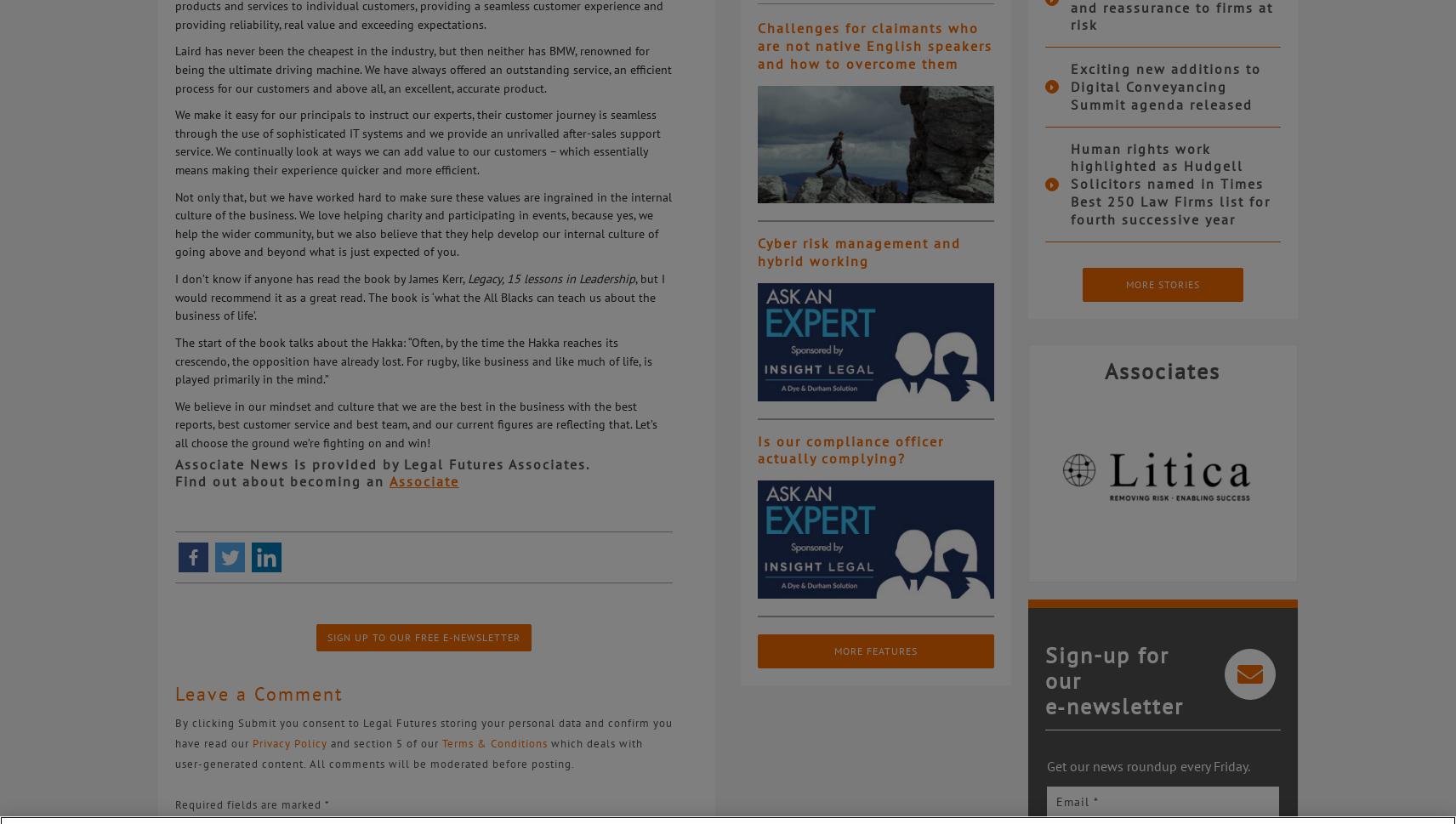 The height and width of the screenshot is (824, 1456). Describe the element at coordinates (423, 637) in the screenshot. I see `'Sign up to our free e-newsletter'` at that location.